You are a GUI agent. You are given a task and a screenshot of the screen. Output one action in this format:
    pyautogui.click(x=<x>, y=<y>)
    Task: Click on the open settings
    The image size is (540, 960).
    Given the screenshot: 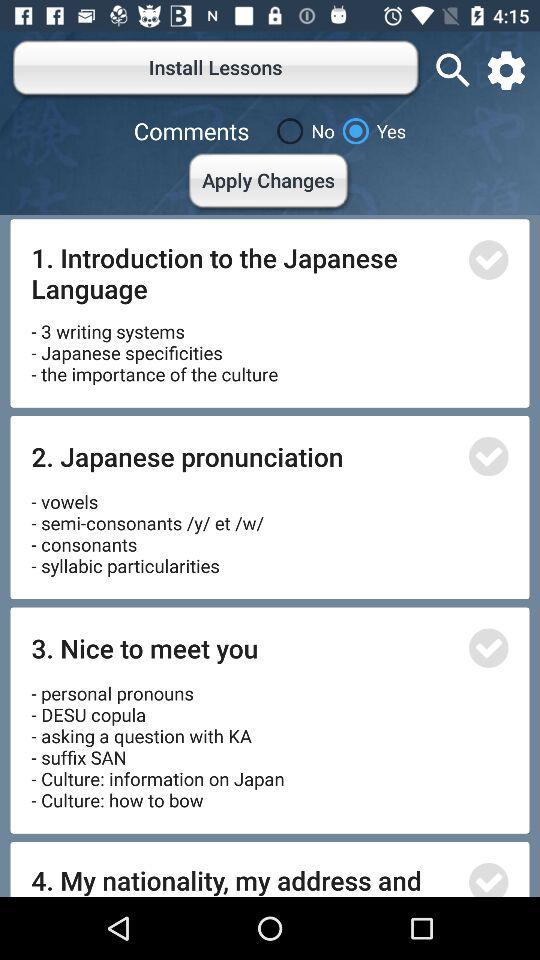 What is the action you would take?
    pyautogui.click(x=505, y=70)
    